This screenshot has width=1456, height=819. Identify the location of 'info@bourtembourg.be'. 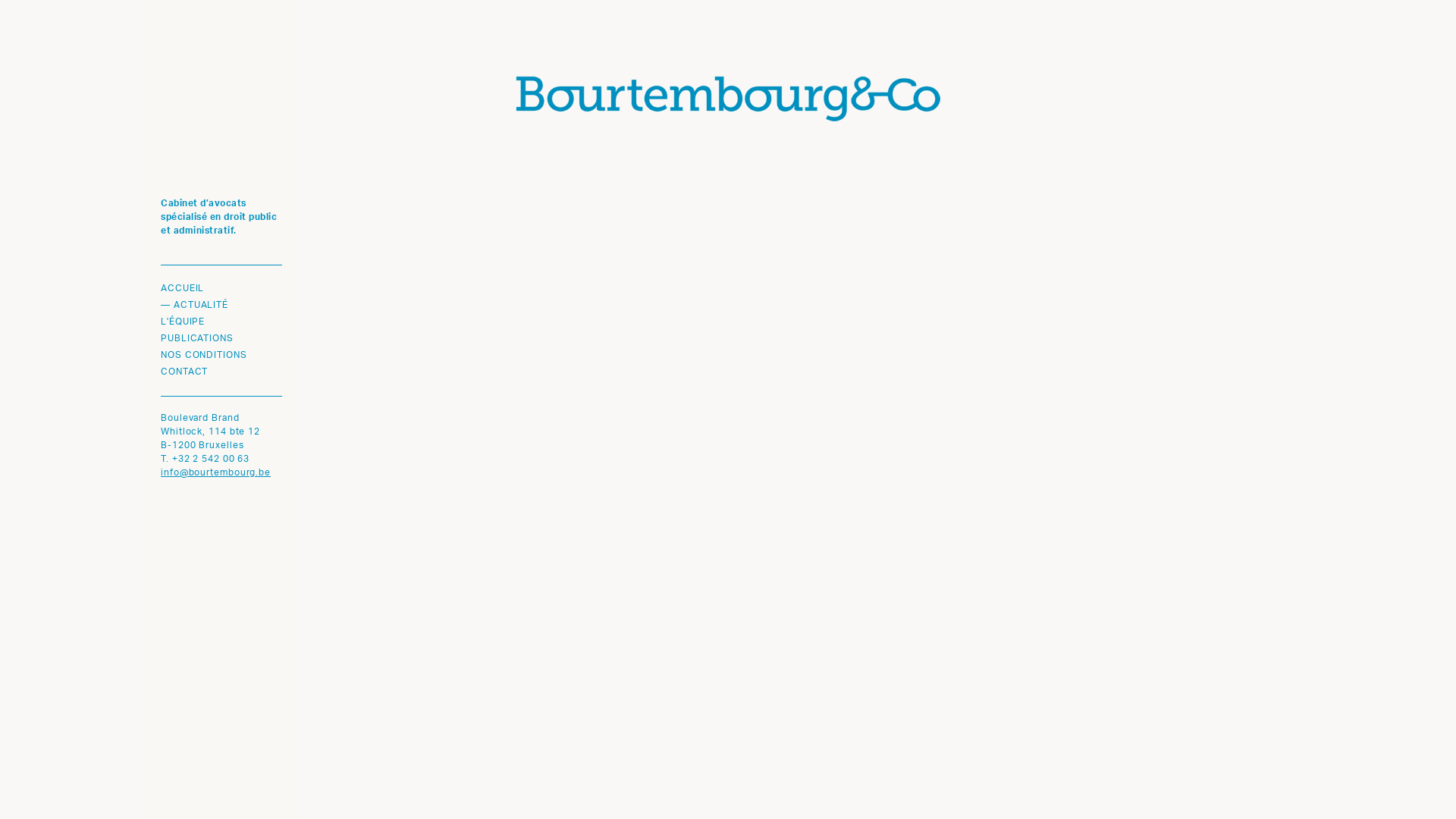
(160, 472).